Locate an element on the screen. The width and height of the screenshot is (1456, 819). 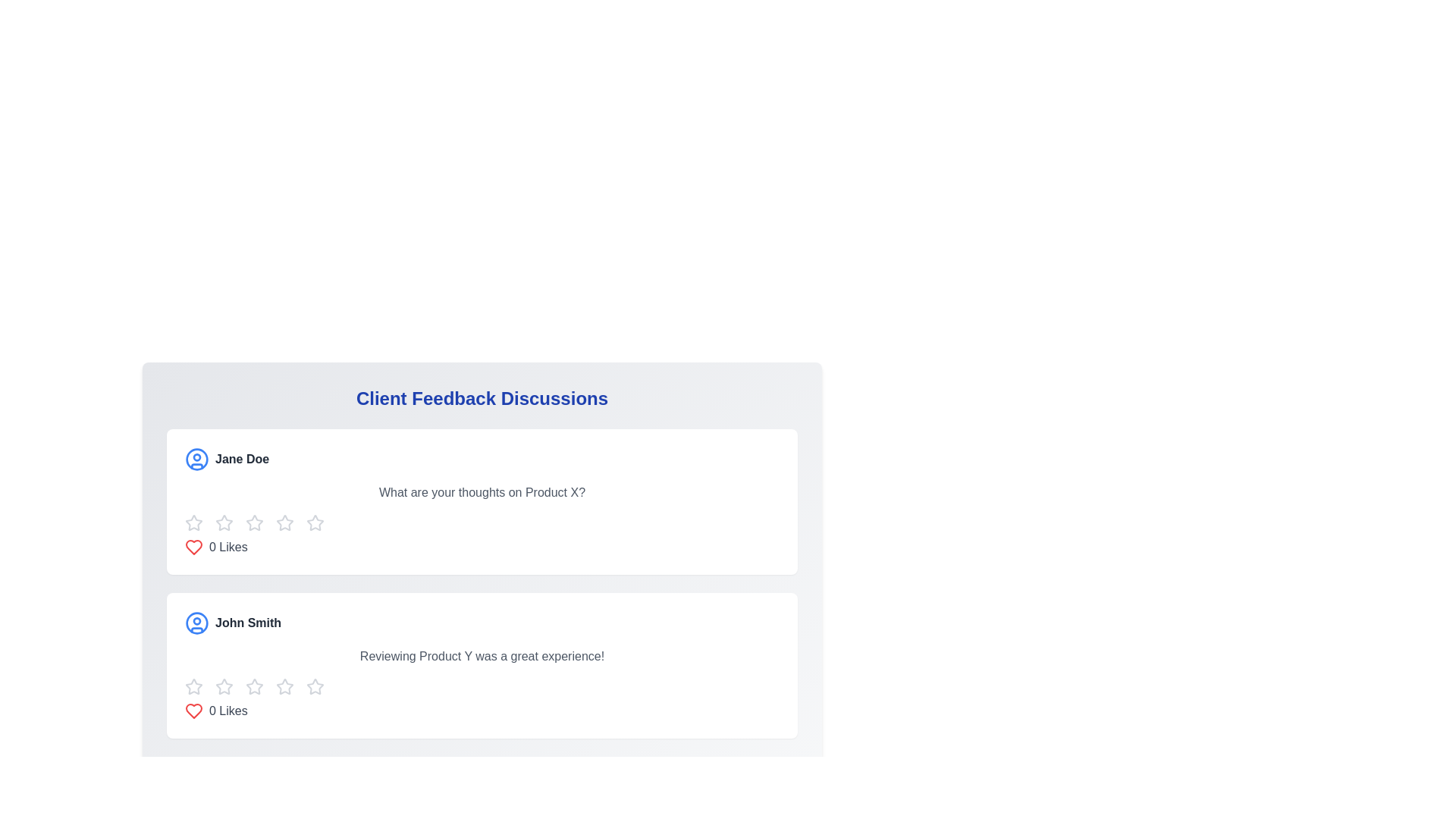
the innermost SVG circle representing the user's profile icon in the feedback list is located at coordinates (196, 458).